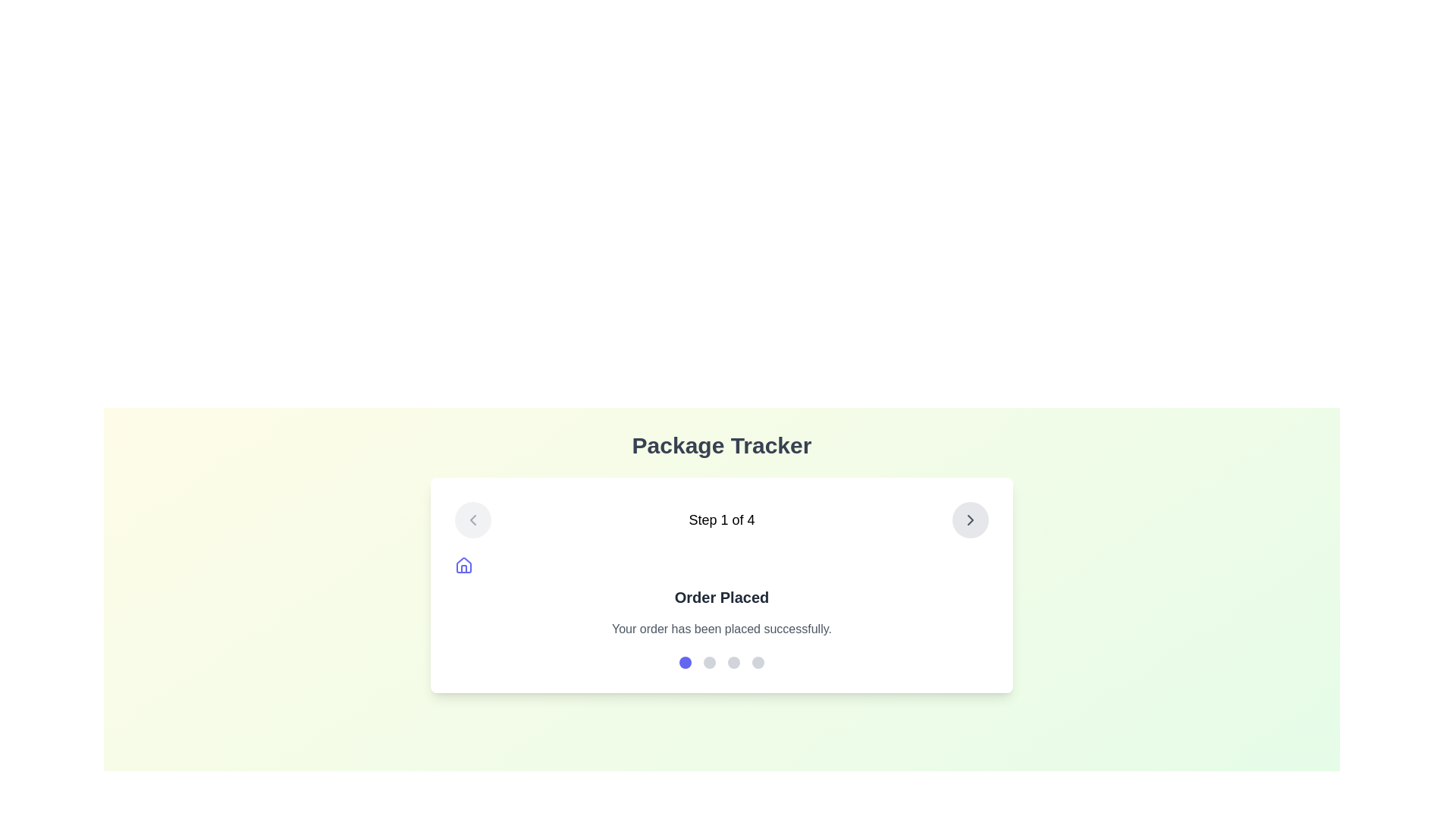 The height and width of the screenshot is (819, 1456). I want to click on the fourth circle in the progress indicator at the bottom center of the interface, so click(758, 662).